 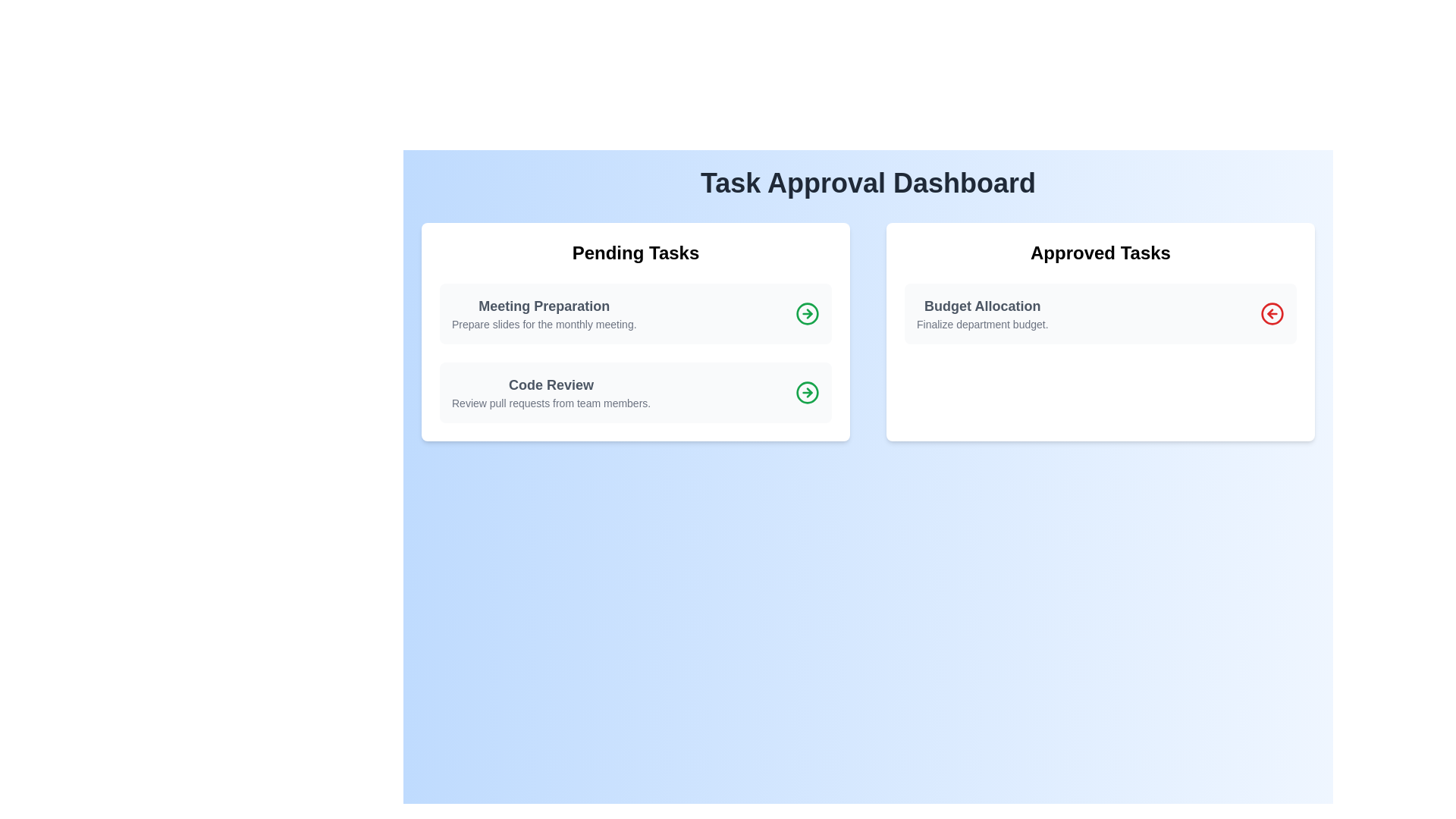 What do you see at coordinates (635, 391) in the screenshot?
I see `the 'Code Review' informational card located` at bounding box center [635, 391].